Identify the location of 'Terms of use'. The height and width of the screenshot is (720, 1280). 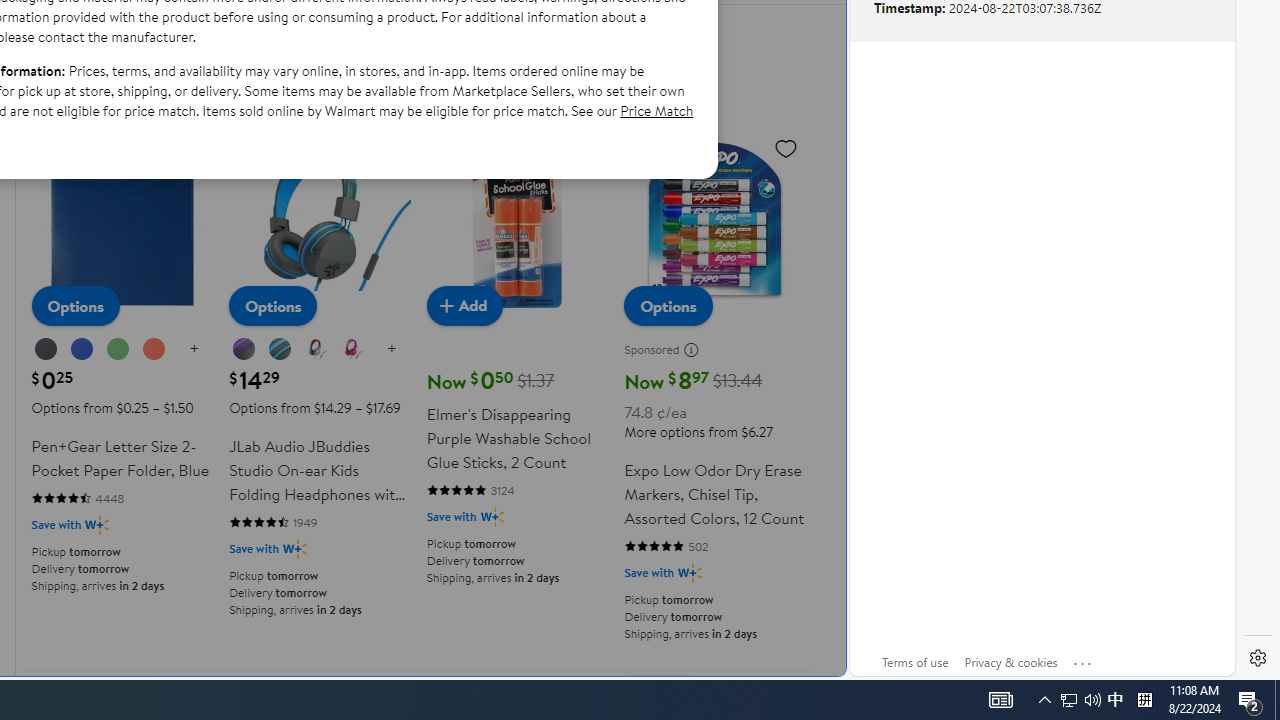
(914, 662).